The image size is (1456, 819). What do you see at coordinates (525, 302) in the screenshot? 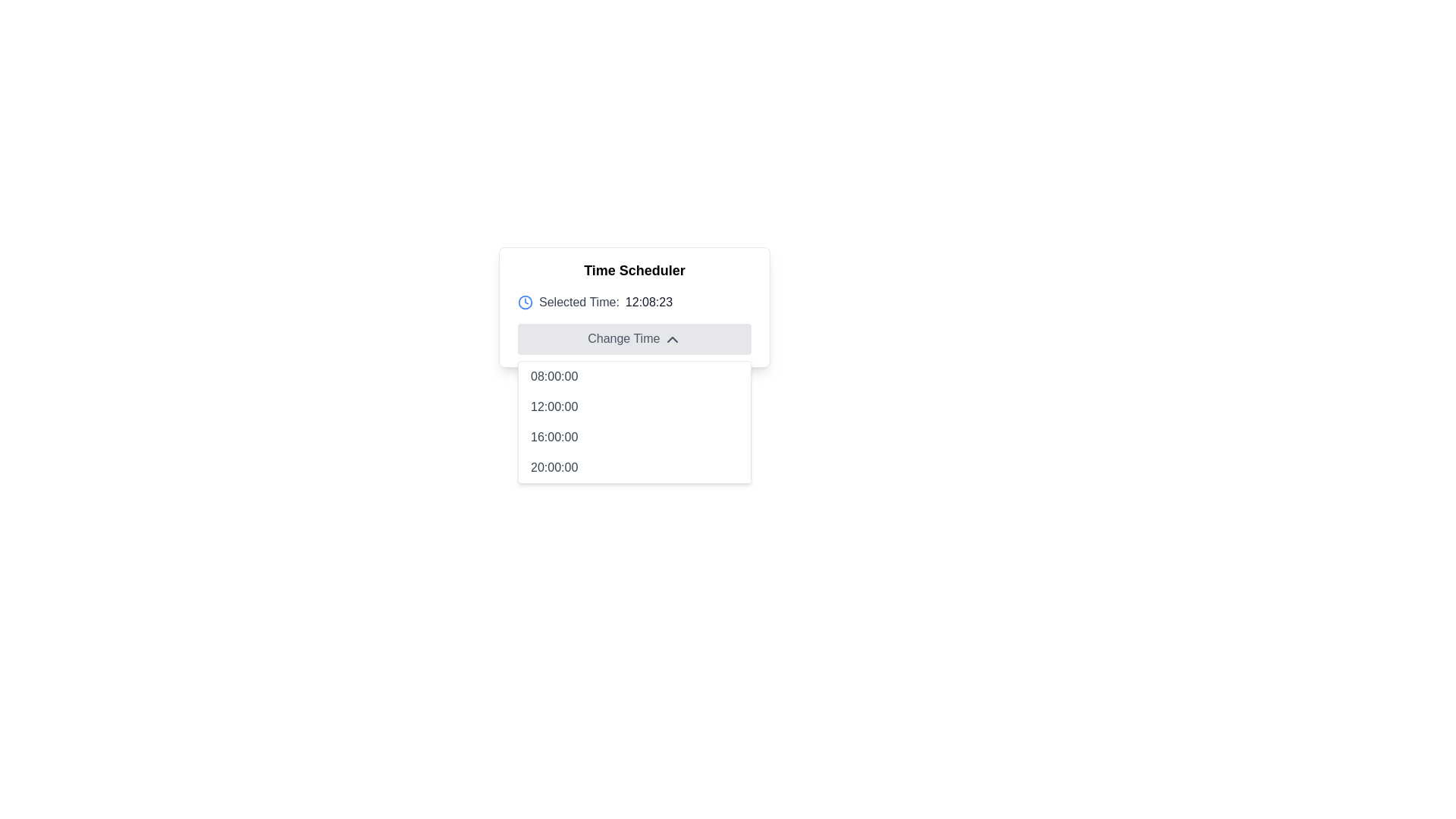
I see `the clock icon located to the left of the text 'Selected Time: 12:08:23' near the top center of the interface` at bounding box center [525, 302].